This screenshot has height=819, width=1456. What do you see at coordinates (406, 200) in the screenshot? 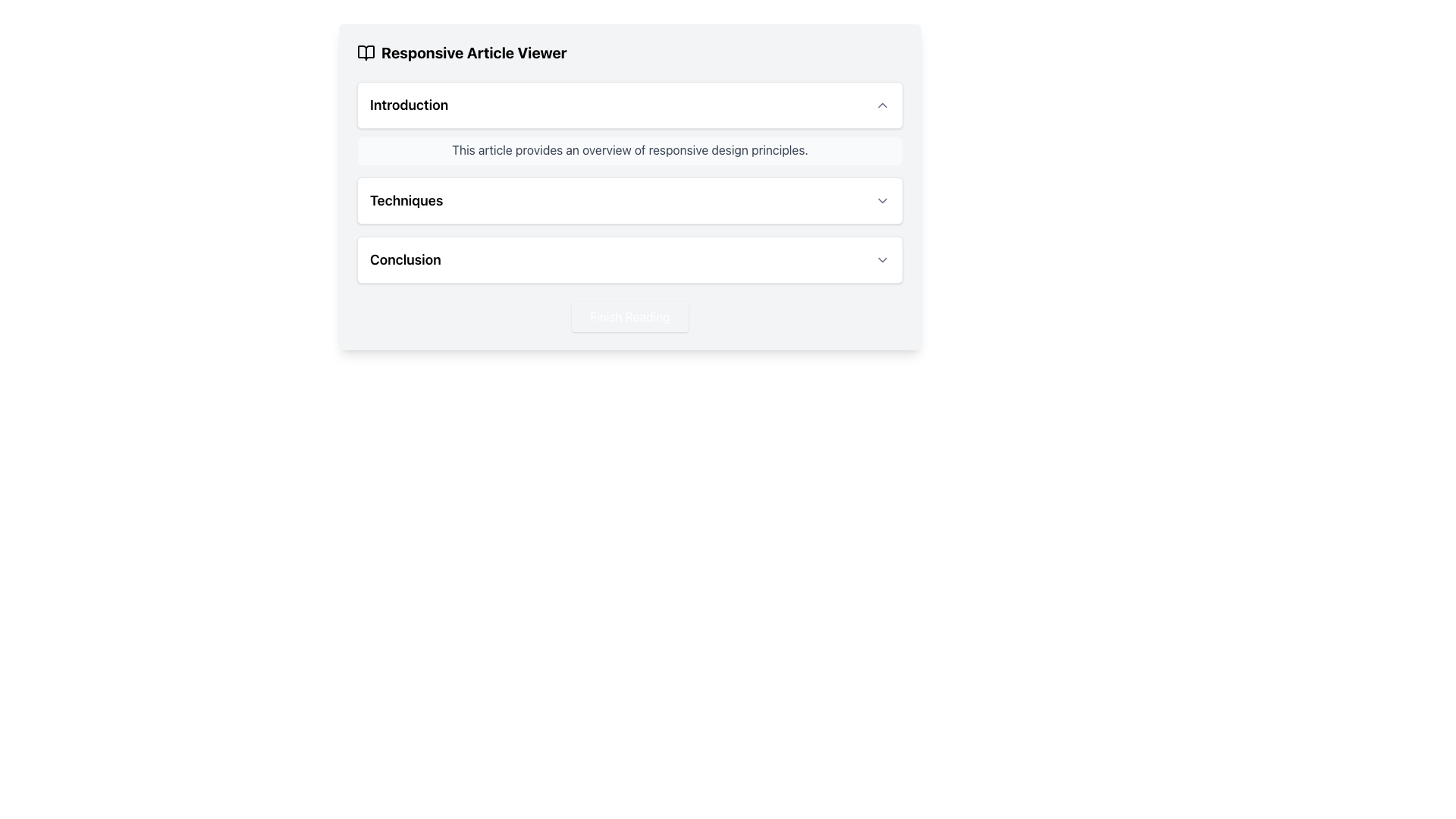
I see `text label 'Techniques' which is displayed in a large and bold format within a collapsible panel, located on the left side adjacent to a chevron icon` at bounding box center [406, 200].